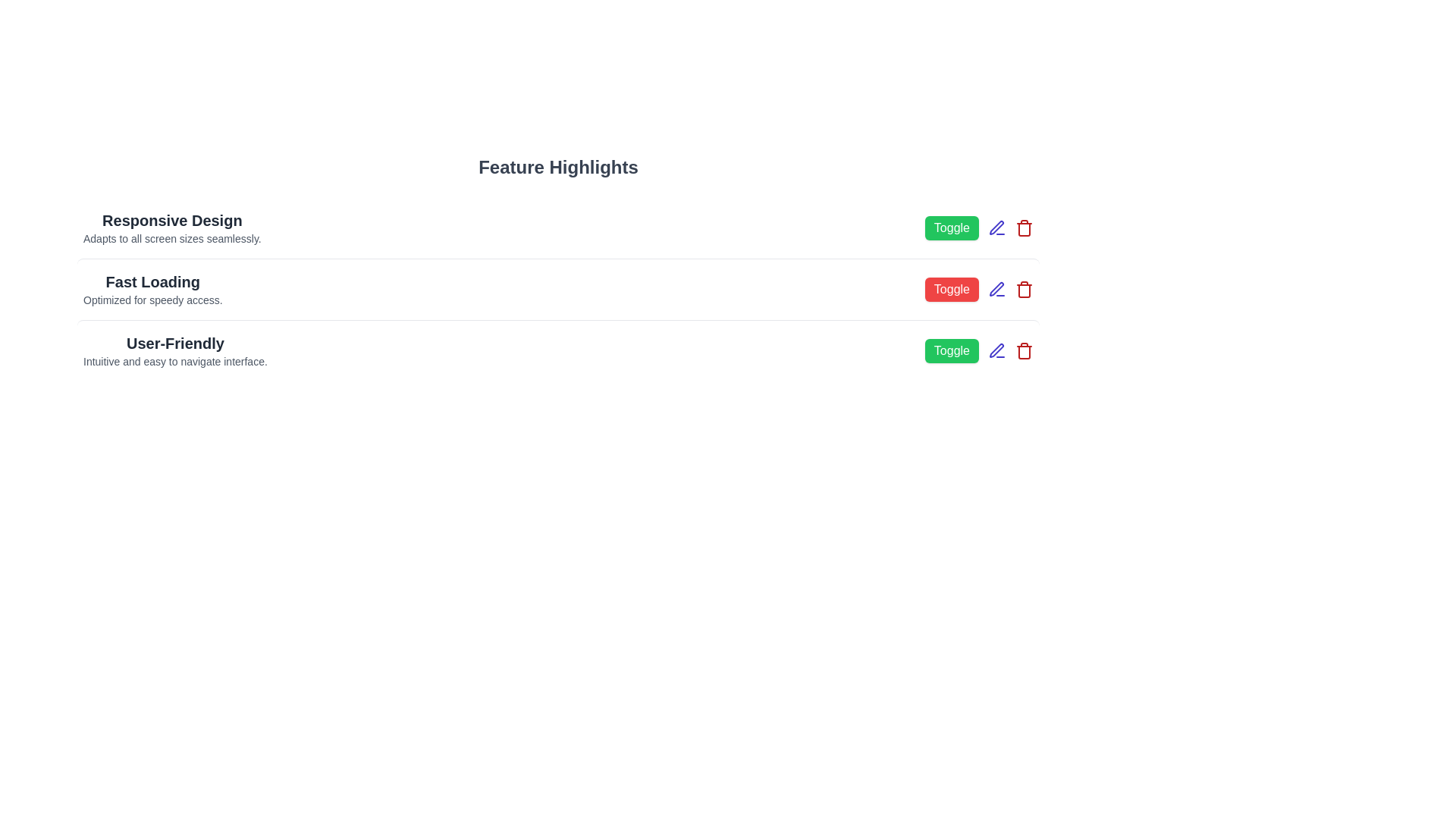 The image size is (1456, 819). What do you see at coordinates (950, 350) in the screenshot?
I see `the 'Toggle' button next to the feature with name User-Friendly` at bounding box center [950, 350].